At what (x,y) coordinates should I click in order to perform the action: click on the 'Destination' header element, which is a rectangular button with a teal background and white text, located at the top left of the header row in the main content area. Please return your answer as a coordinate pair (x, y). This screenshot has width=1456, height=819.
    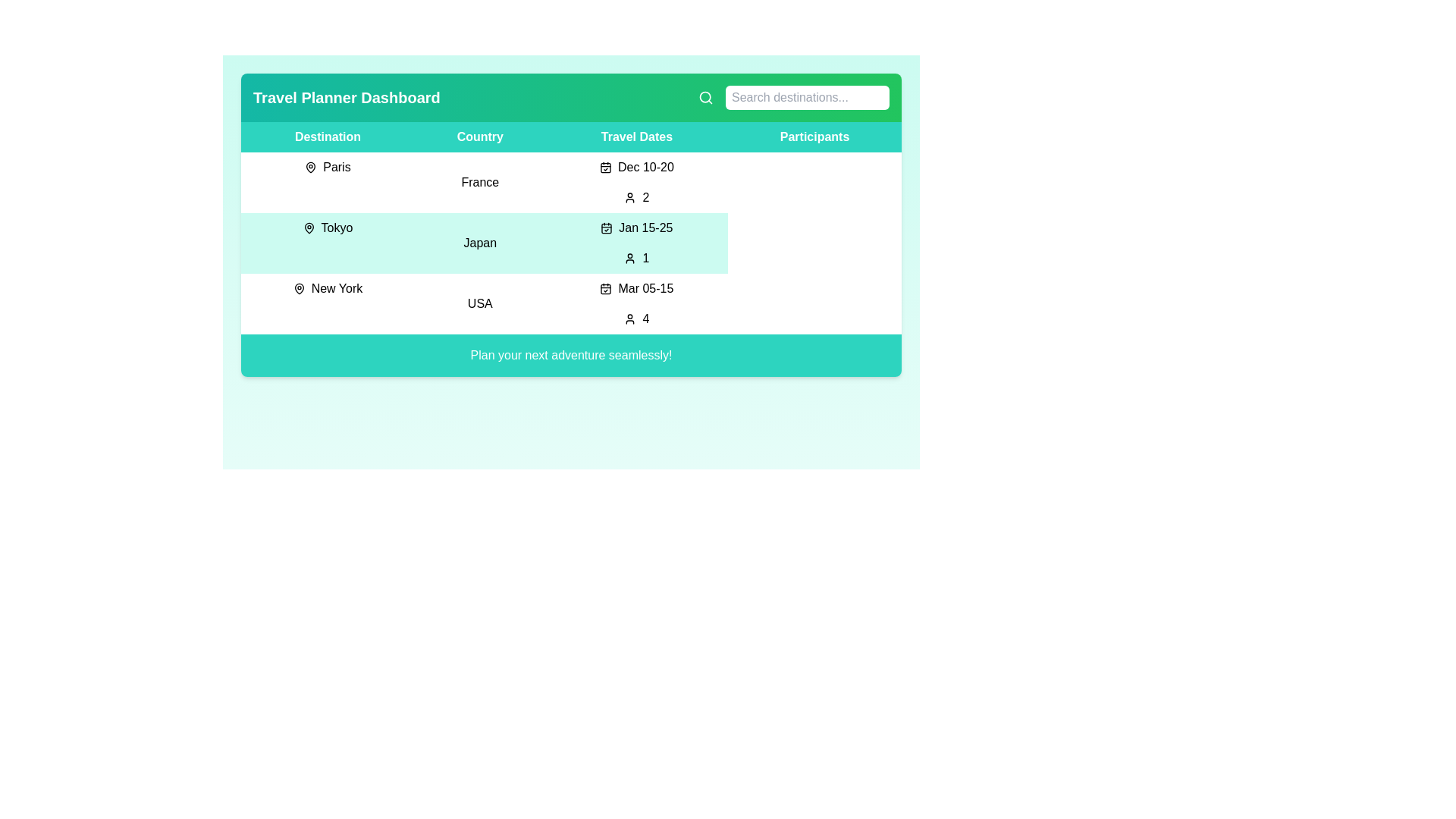
    Looking at the image, I should click on (327, 137).